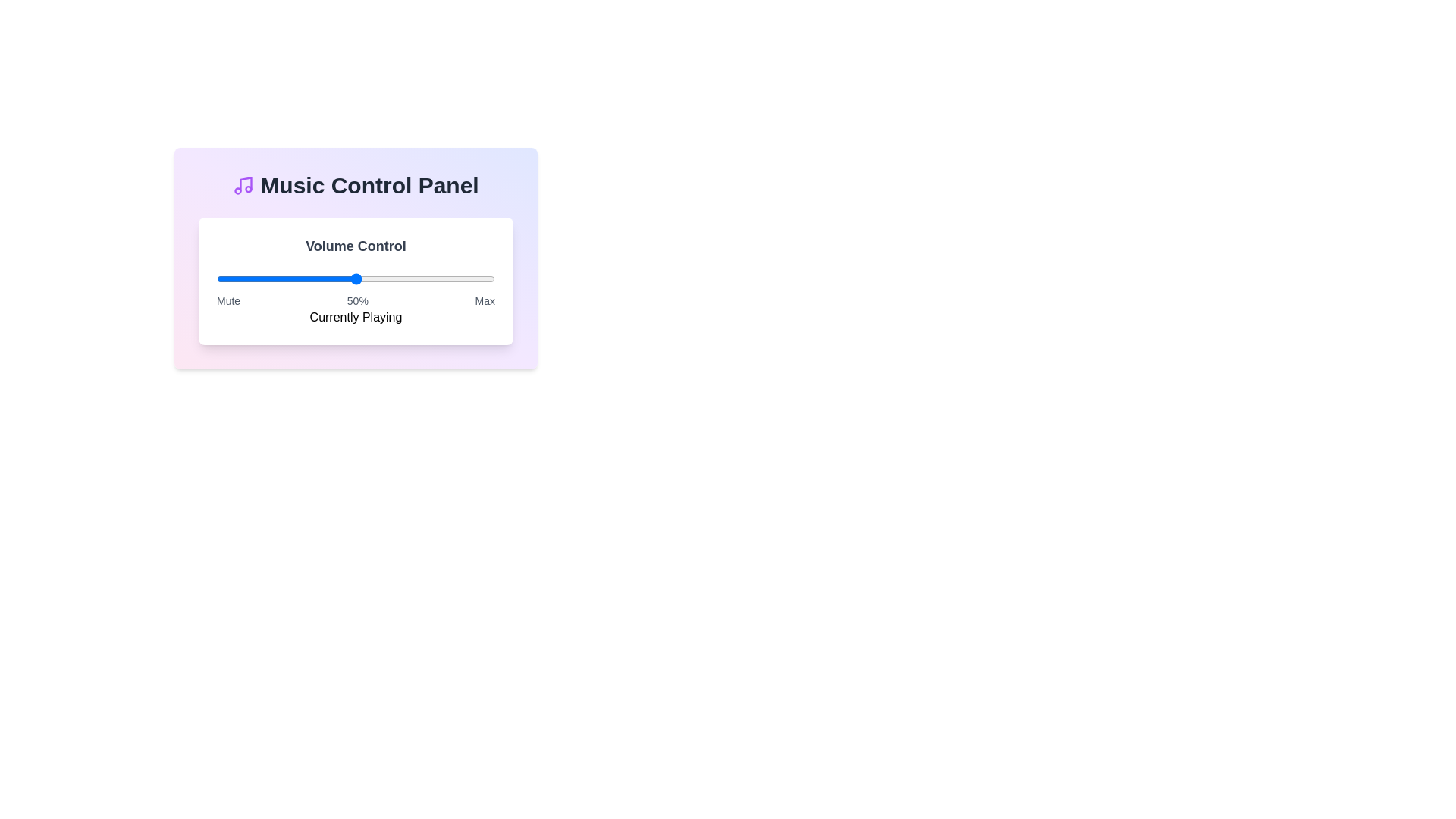 This screenshot has height=819, width=1456. Describe the element at coordinates (284, 278) in the screenshot. I see `the volume slider to 24% level` at that location.